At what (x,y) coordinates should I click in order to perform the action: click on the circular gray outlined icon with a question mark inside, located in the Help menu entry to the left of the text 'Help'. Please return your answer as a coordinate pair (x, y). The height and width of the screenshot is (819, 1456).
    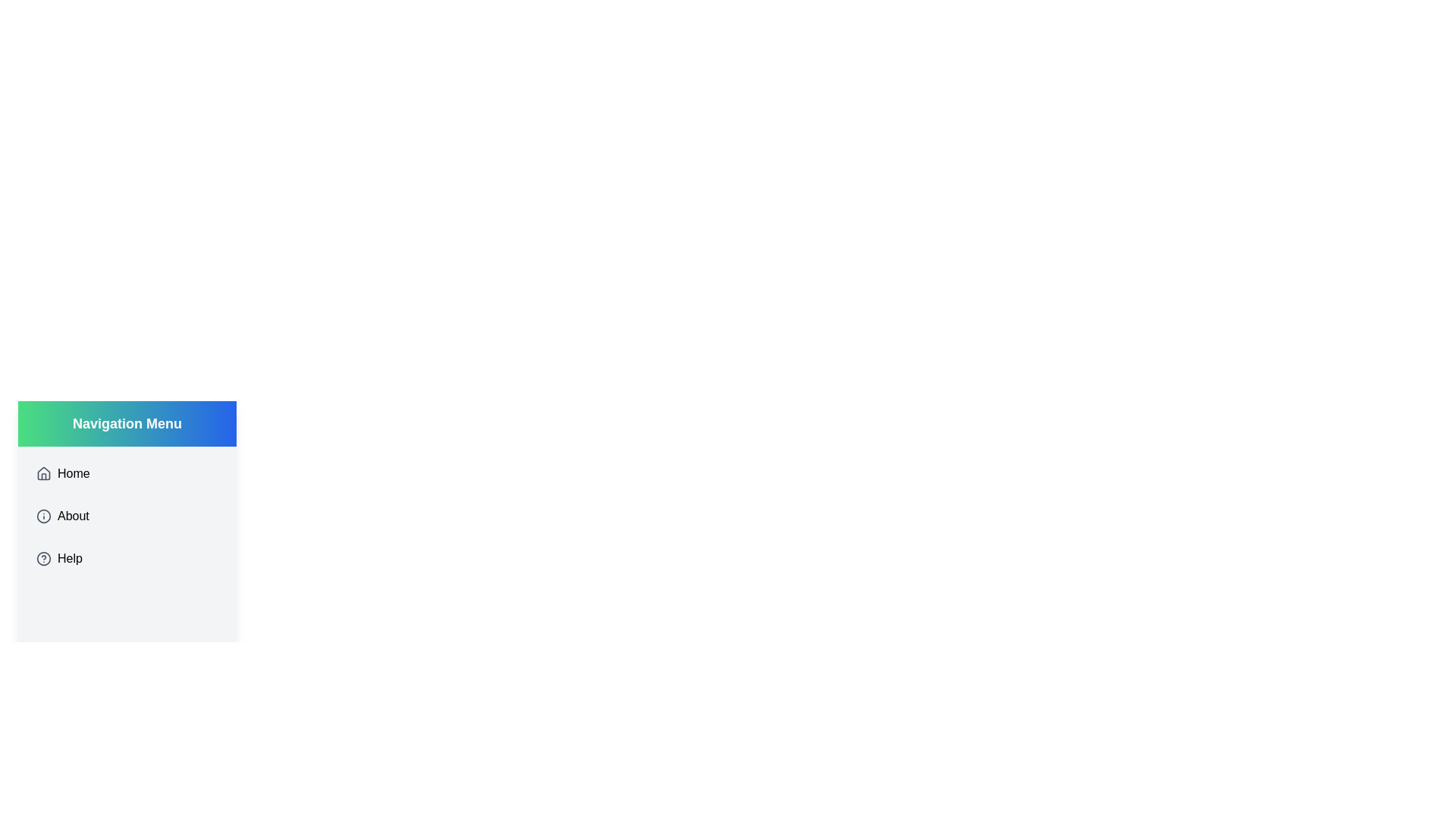
    Looking at the image, I should click on (43, 558).